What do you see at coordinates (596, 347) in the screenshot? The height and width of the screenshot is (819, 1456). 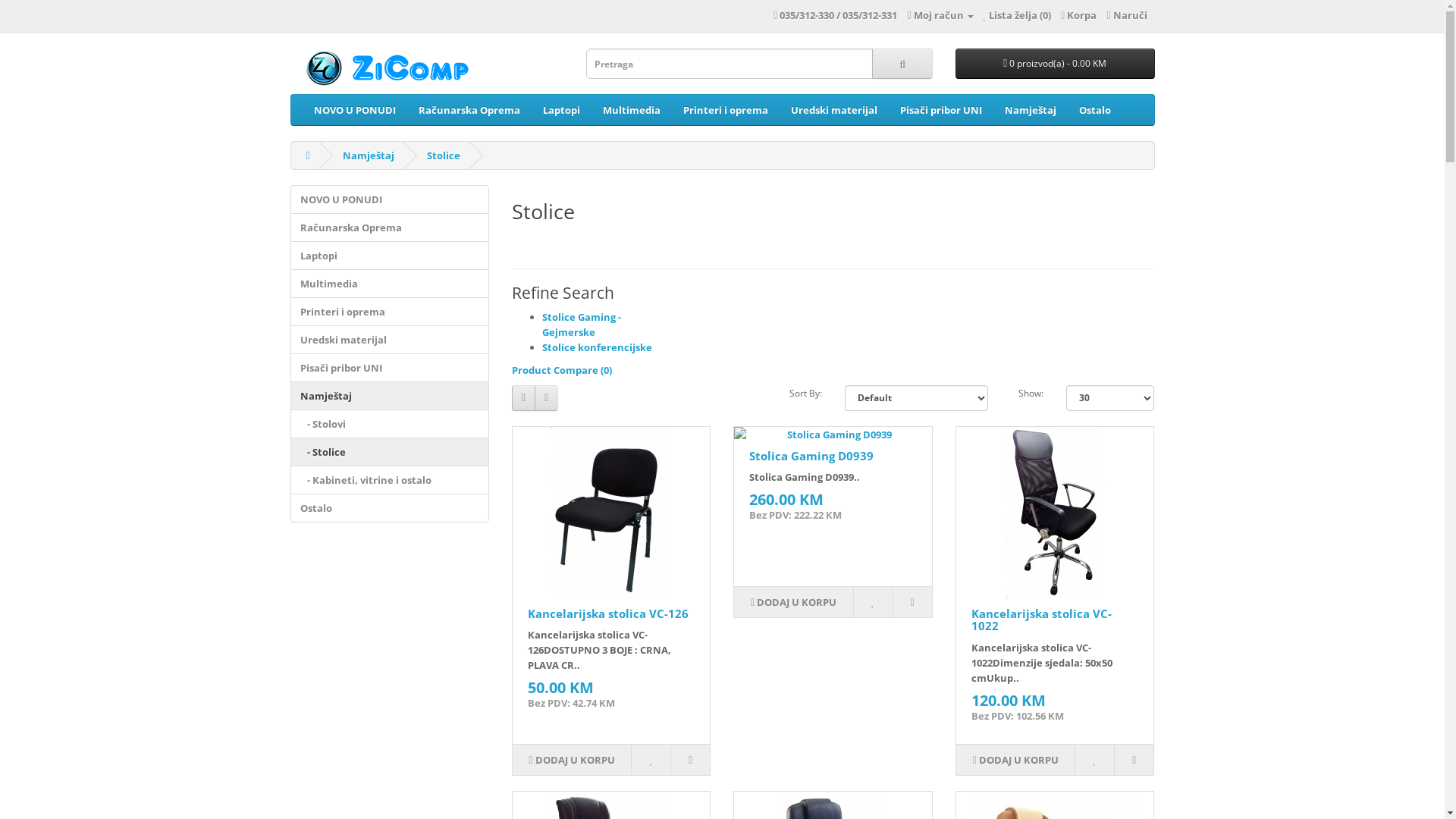 I see `'Stolice konferencijske'` at bounding box center [596, 347].